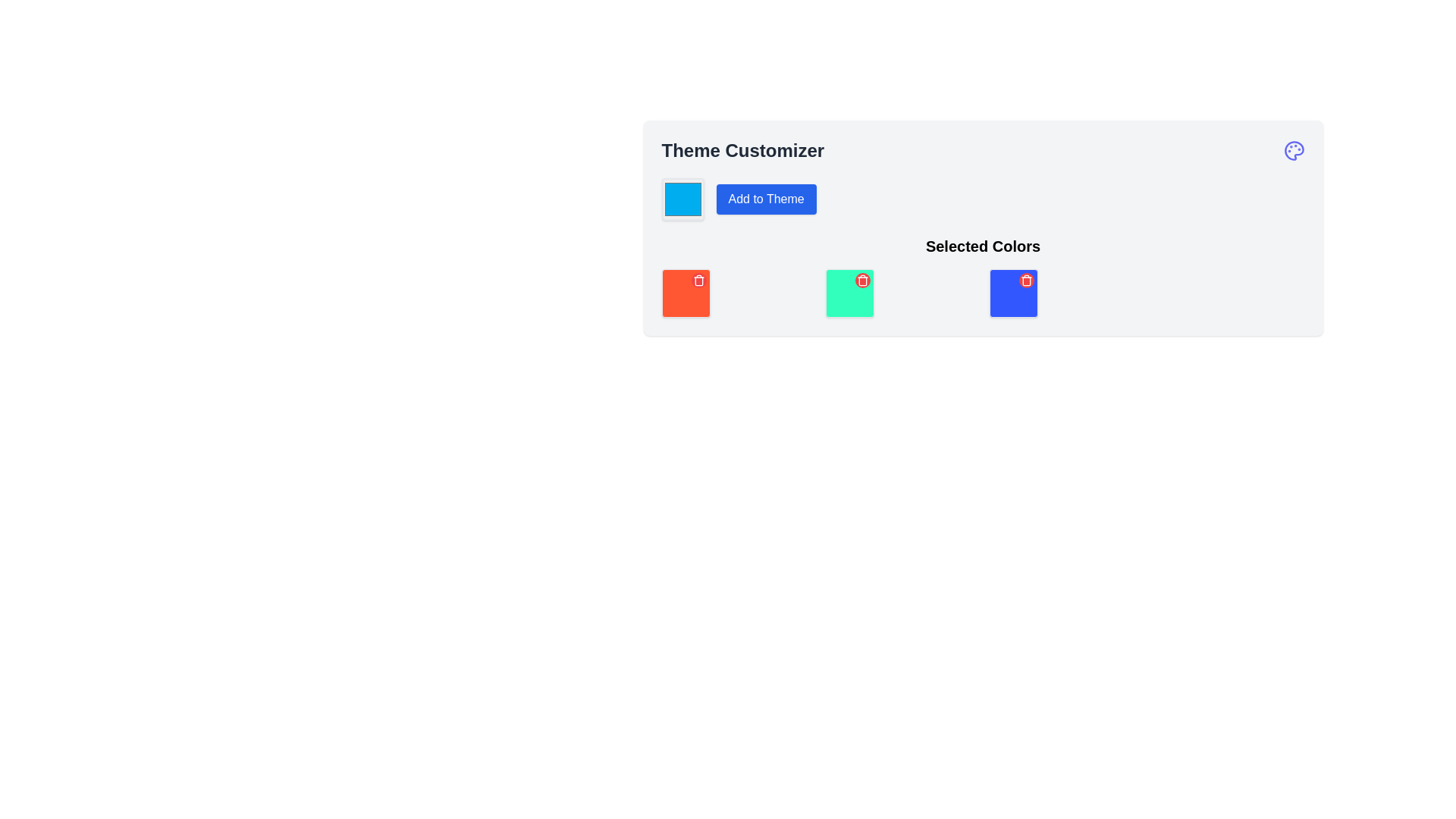 The width and height of the screenshot is (1456, 819). I want to click on text from the Text Label located below the toolbar and above the grid of color blocks, which provides a heading for the section associated with selected color items, so click(983, 245).